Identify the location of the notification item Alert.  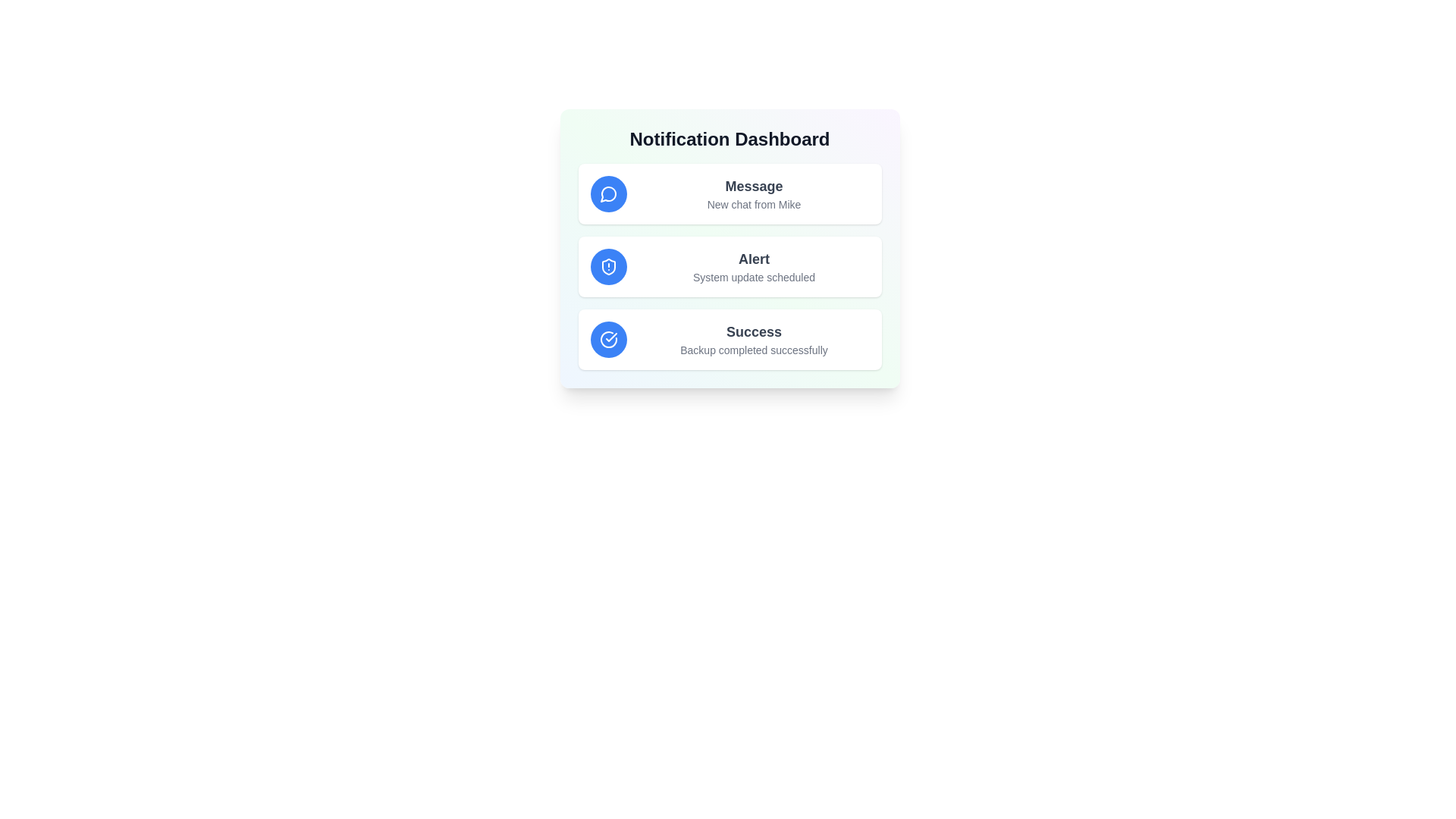
(730, 265).